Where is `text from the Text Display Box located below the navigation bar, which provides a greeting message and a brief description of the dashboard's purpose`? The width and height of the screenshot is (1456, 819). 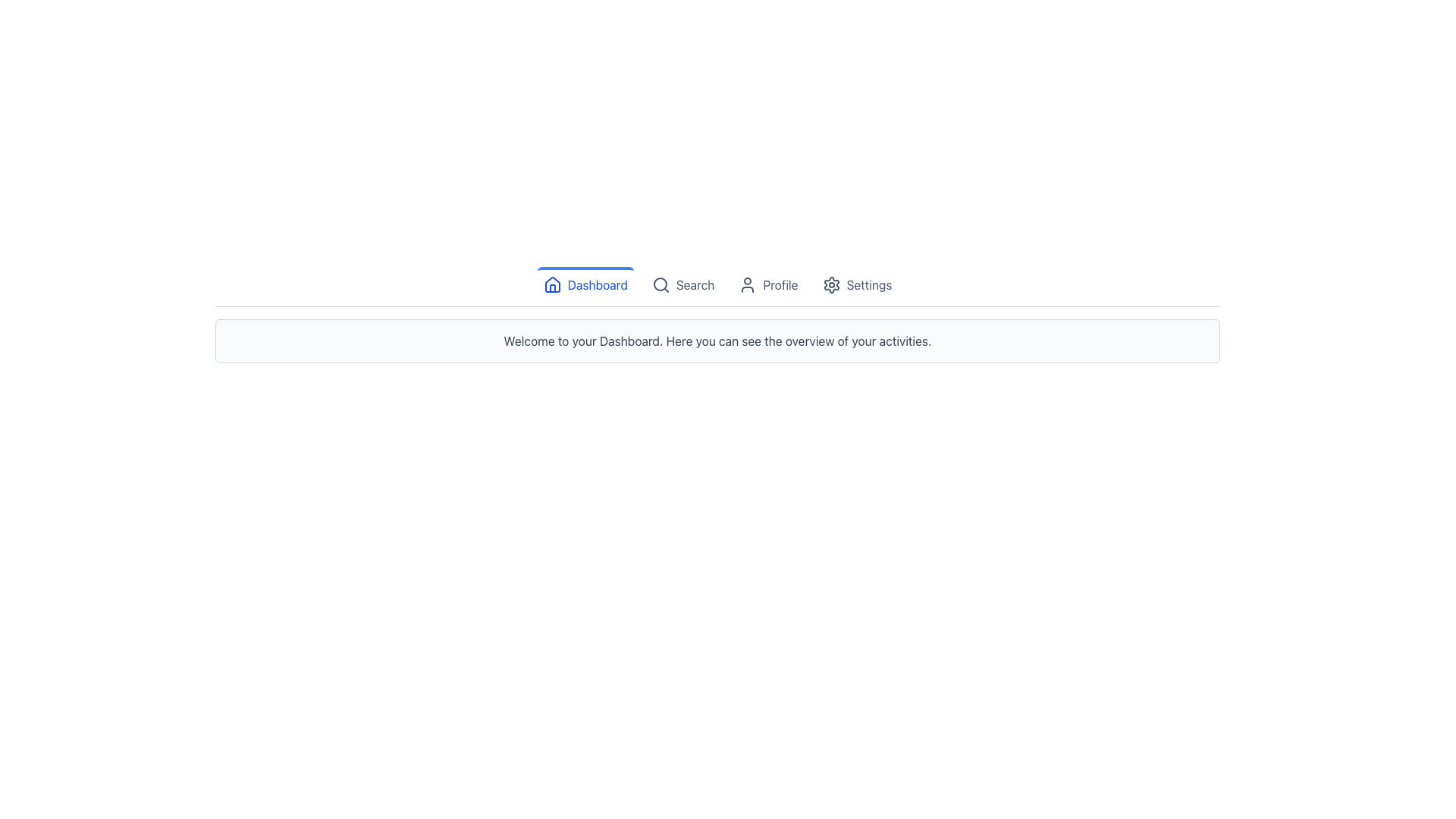 text from the Text Display Box located below the navigation bar, which provides a greeting message and a brief description of the dashboard's purpose is located at coordinates (717, 341).